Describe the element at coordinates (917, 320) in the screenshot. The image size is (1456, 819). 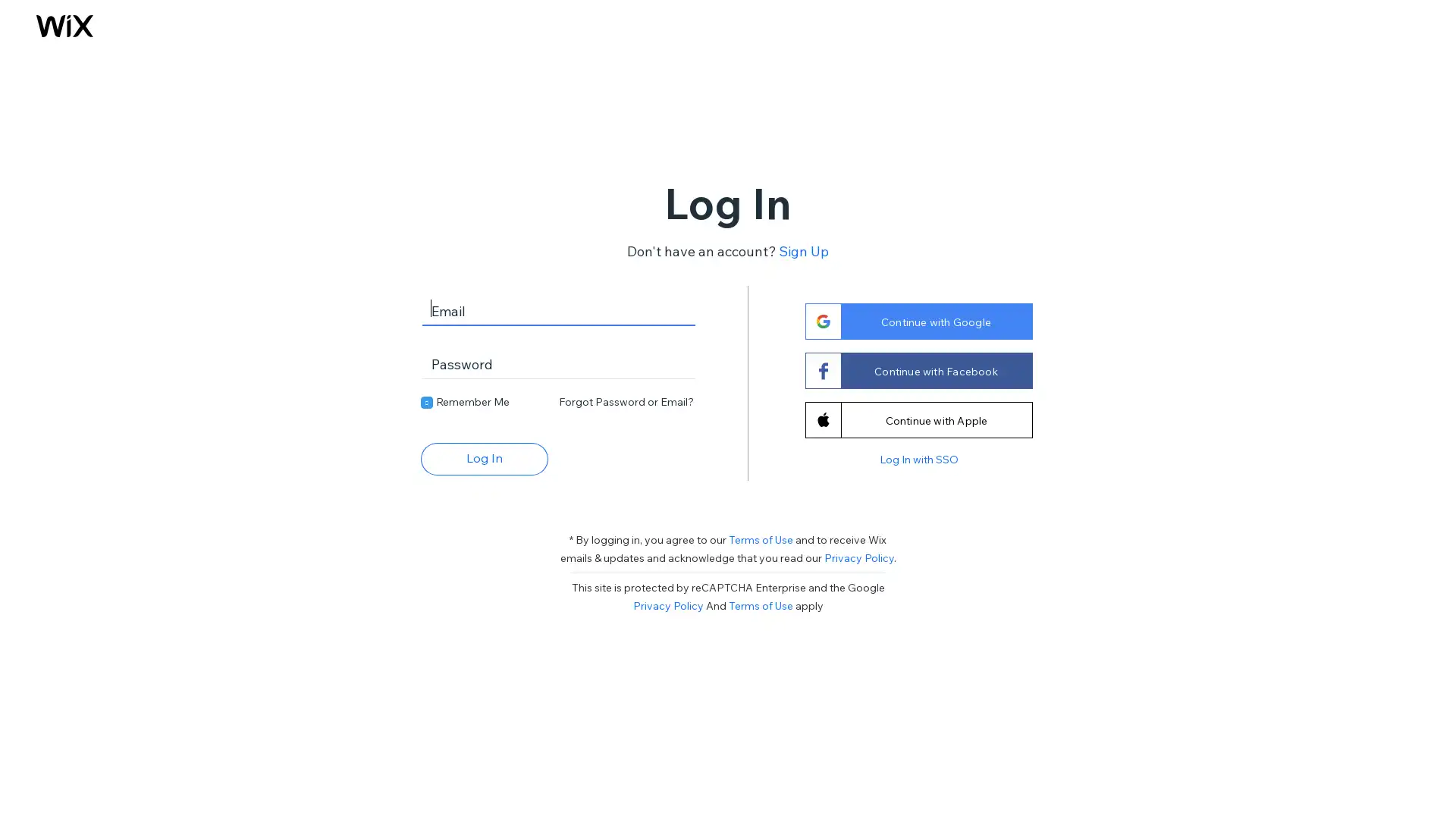
I see `Continue with Google` at that location.